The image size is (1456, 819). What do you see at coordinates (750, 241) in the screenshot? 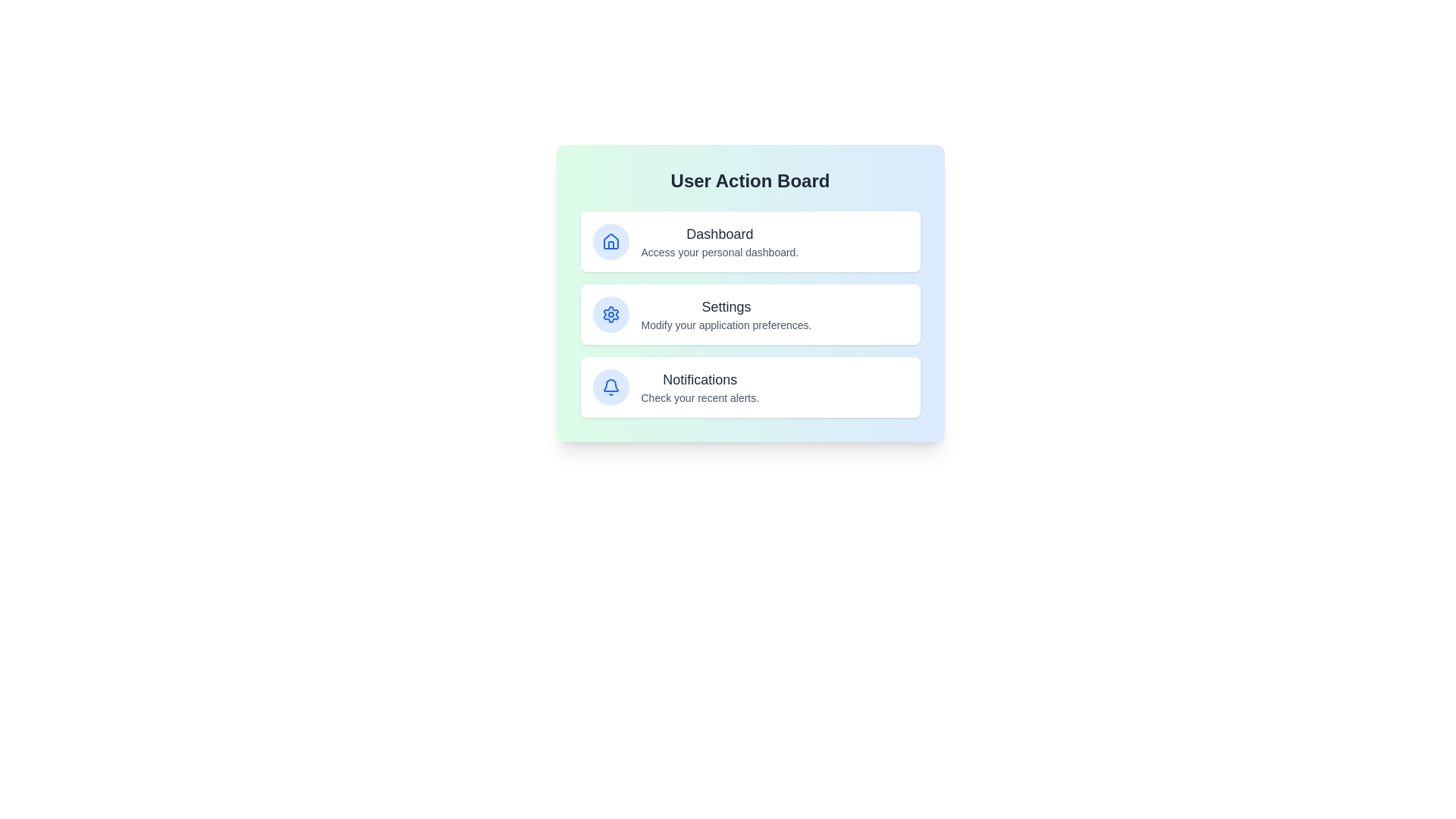
I see `the 'Dashboard' card to navigate to the Dashboard` at bounding box center [750, 241].